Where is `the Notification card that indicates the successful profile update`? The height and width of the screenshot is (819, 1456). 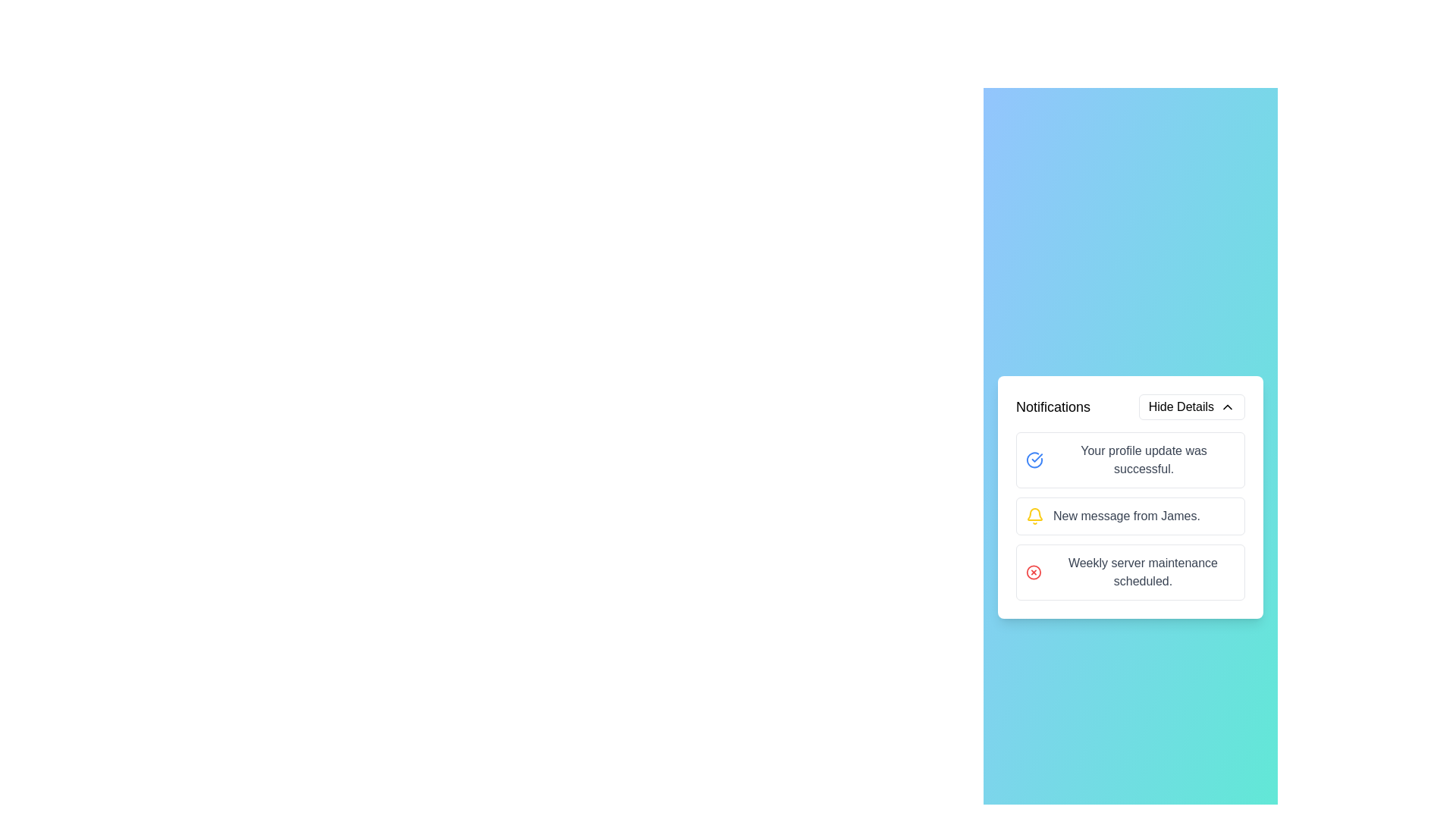 the Notification card that indicates the successful profile update is located at coordinates (1131, 459).